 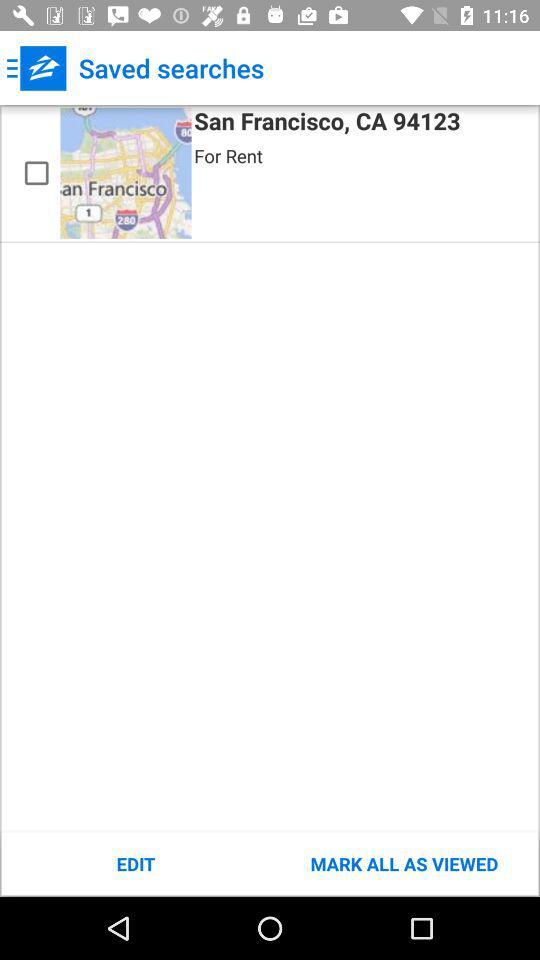 What do you see at coordinates (135, 863) in the screenshot?
I see `the icon to the left of mark all as` at bounding box center [135, 863].